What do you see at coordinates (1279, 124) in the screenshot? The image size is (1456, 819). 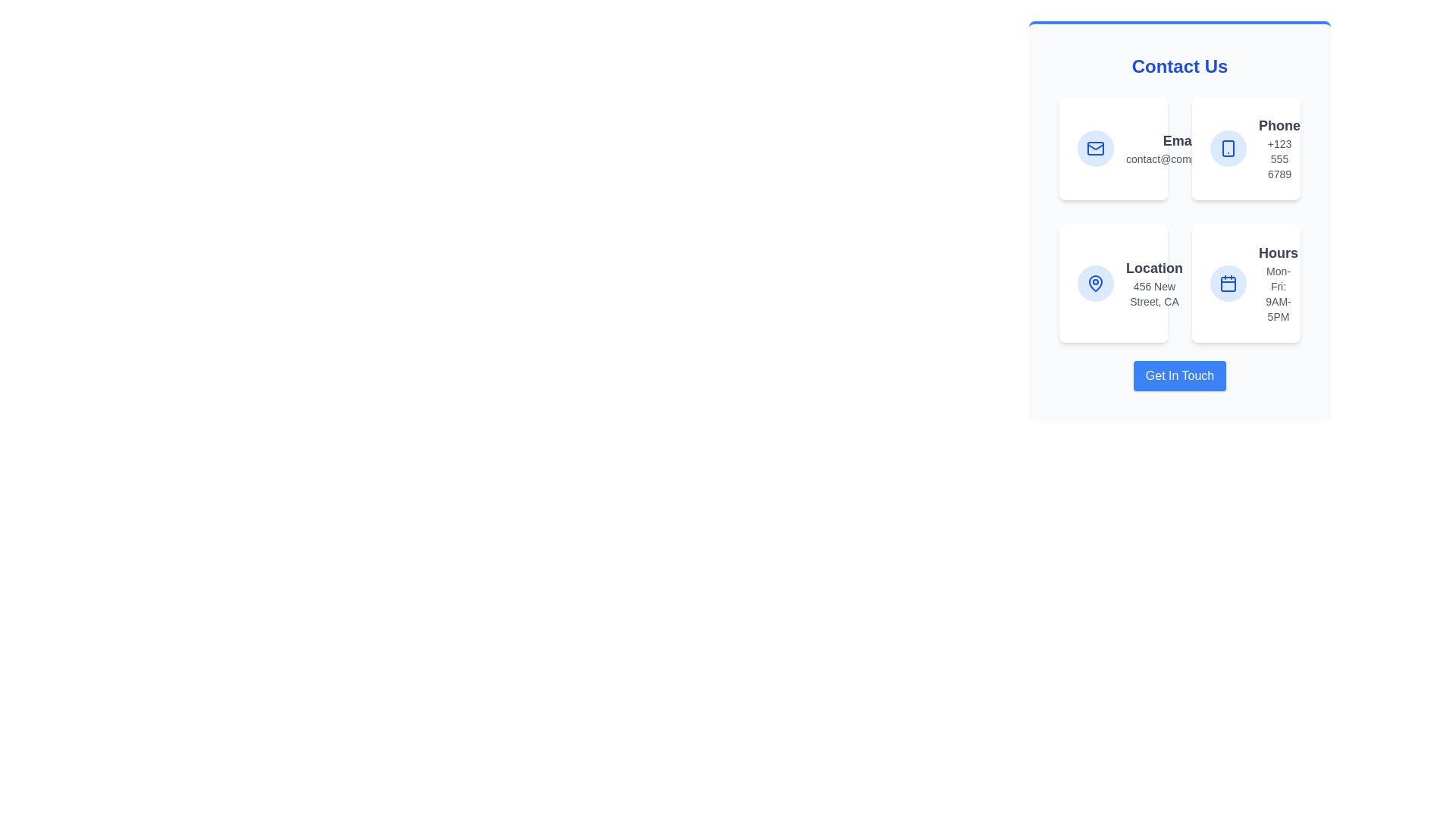 I see `the 'Phone' text label, which is bold and gray, located in the top-right quadrant of the 'Contact Us' interface, above the '+123 555 6789' text` at bounding box center [1279, 124].